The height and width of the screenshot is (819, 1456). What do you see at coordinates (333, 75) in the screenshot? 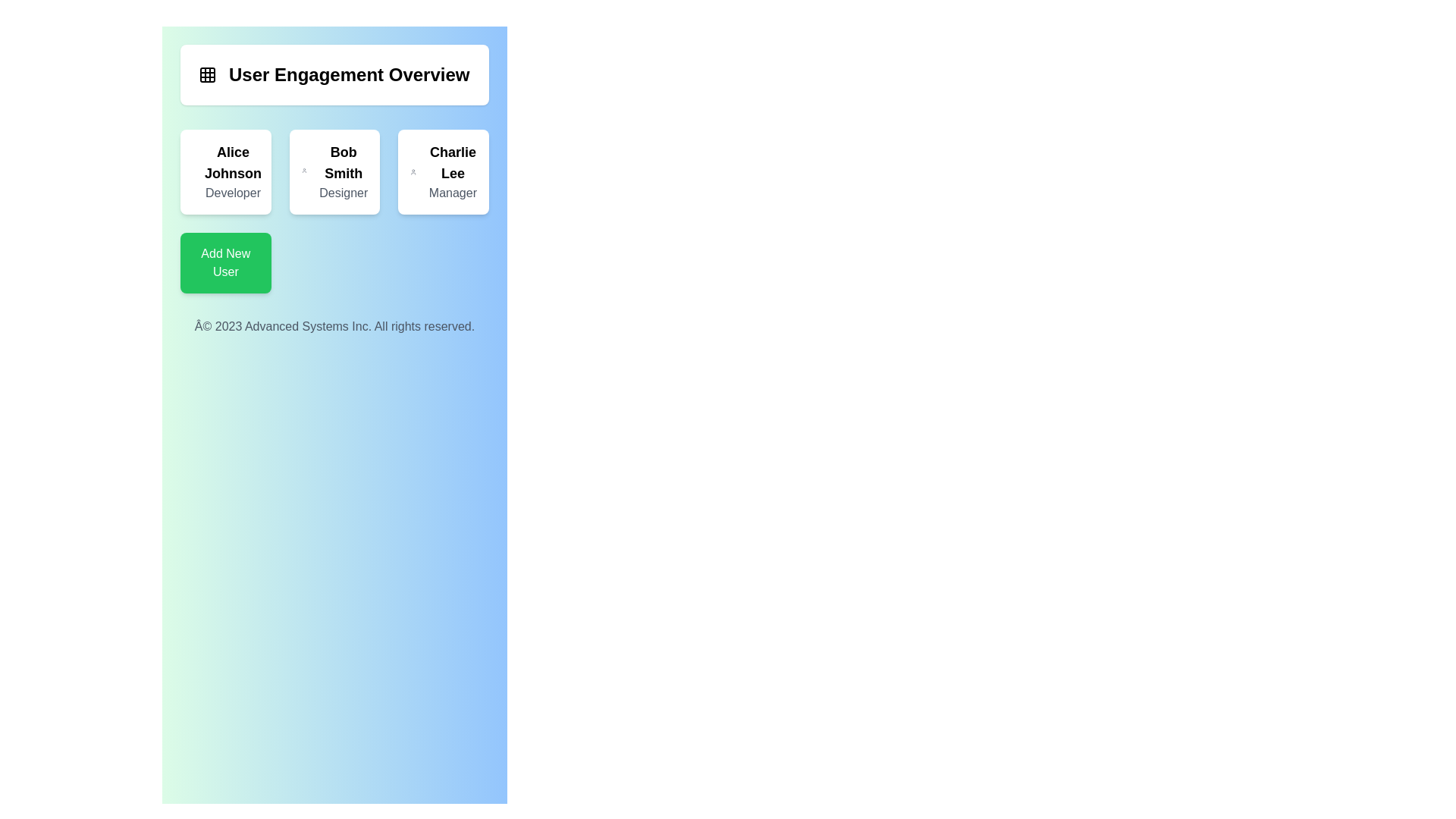
I see `title text of the label located in the top-left portion of the card, which serves as a heading for the content below` at bounding box center [333, 75].